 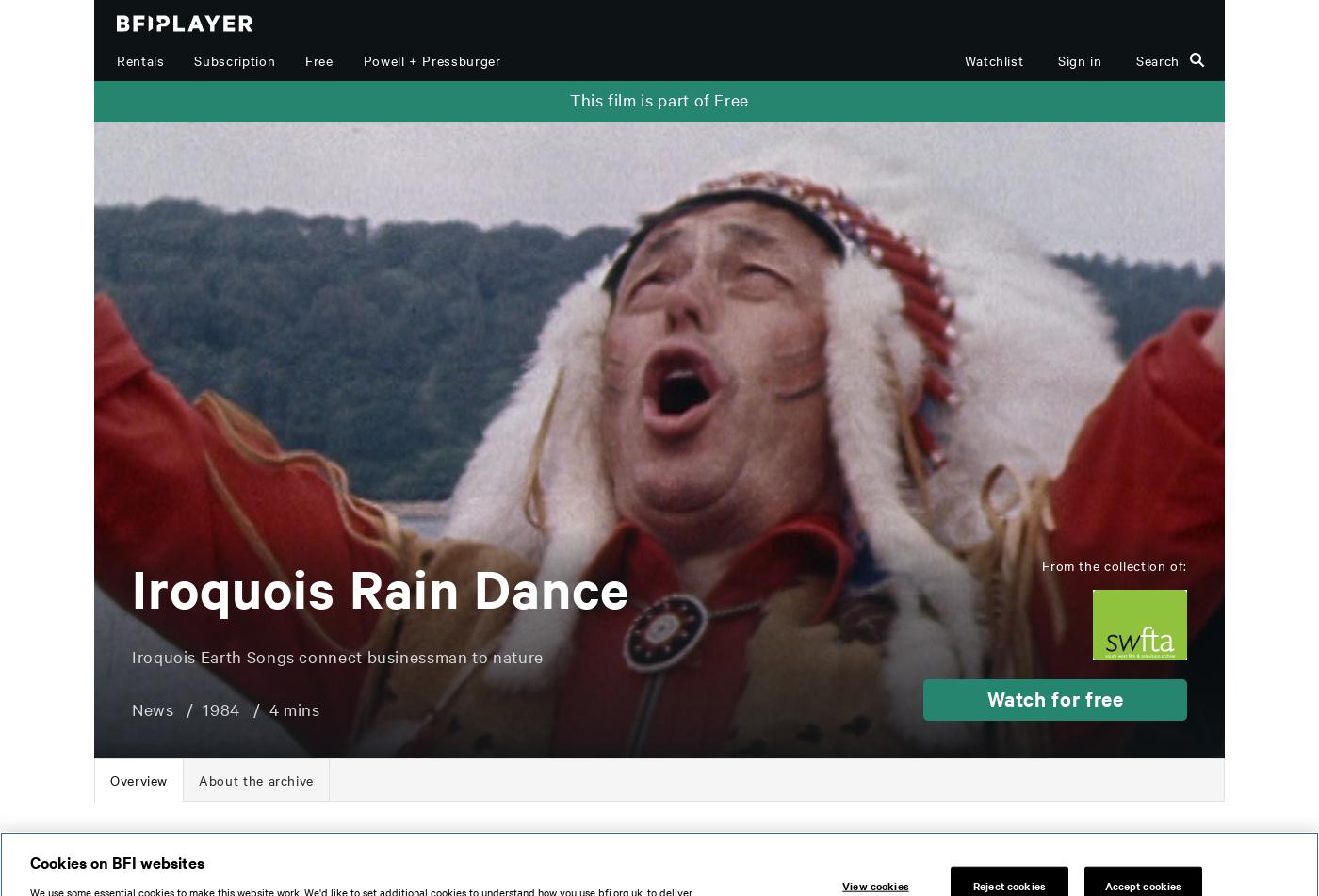 I want to click on '4 mins', so click(x=294, y=708).